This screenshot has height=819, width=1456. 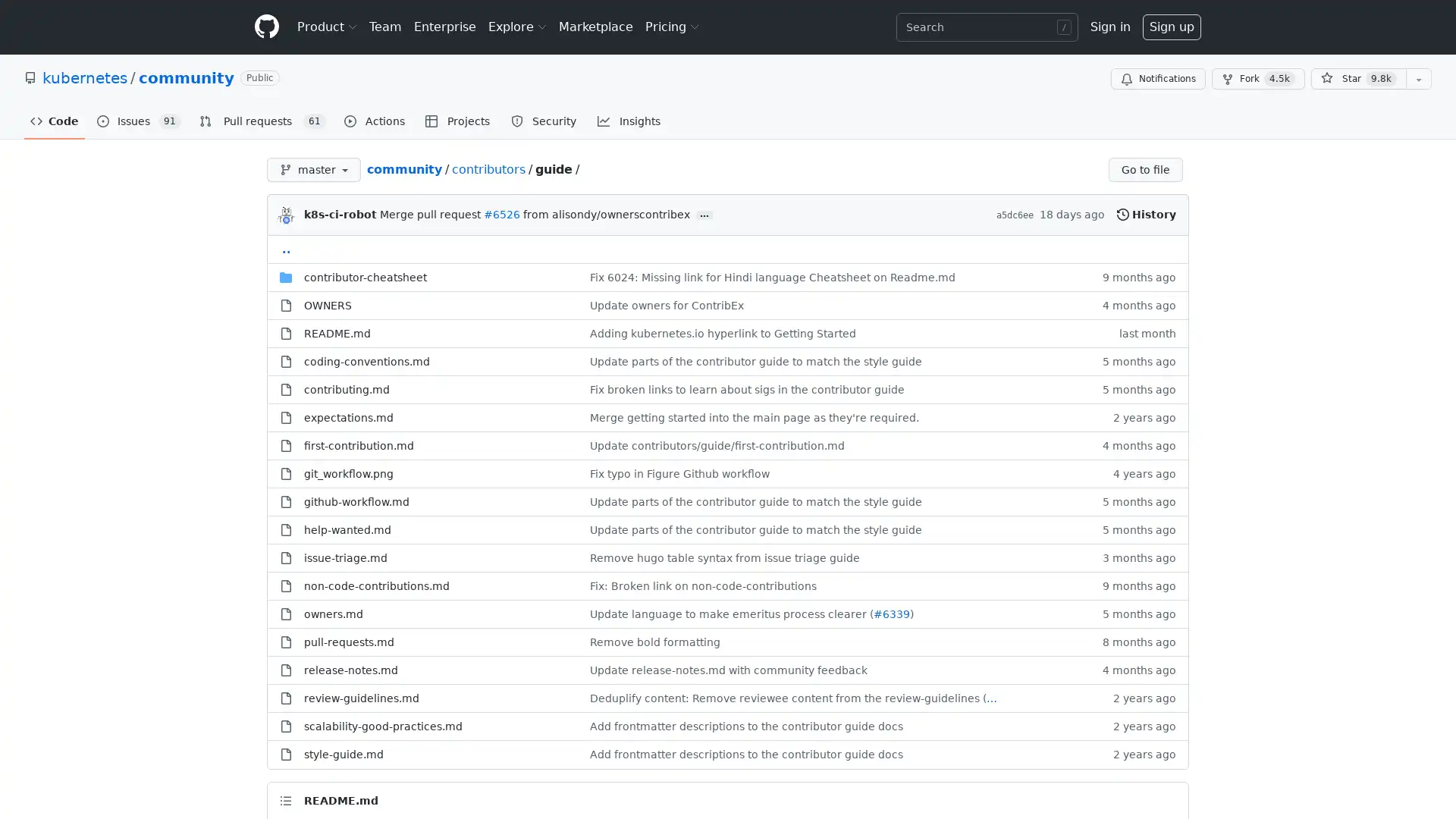 What do you see at coordinates (704, 215) in the screenshot?
I see `...` at bounding box center [704, 215].